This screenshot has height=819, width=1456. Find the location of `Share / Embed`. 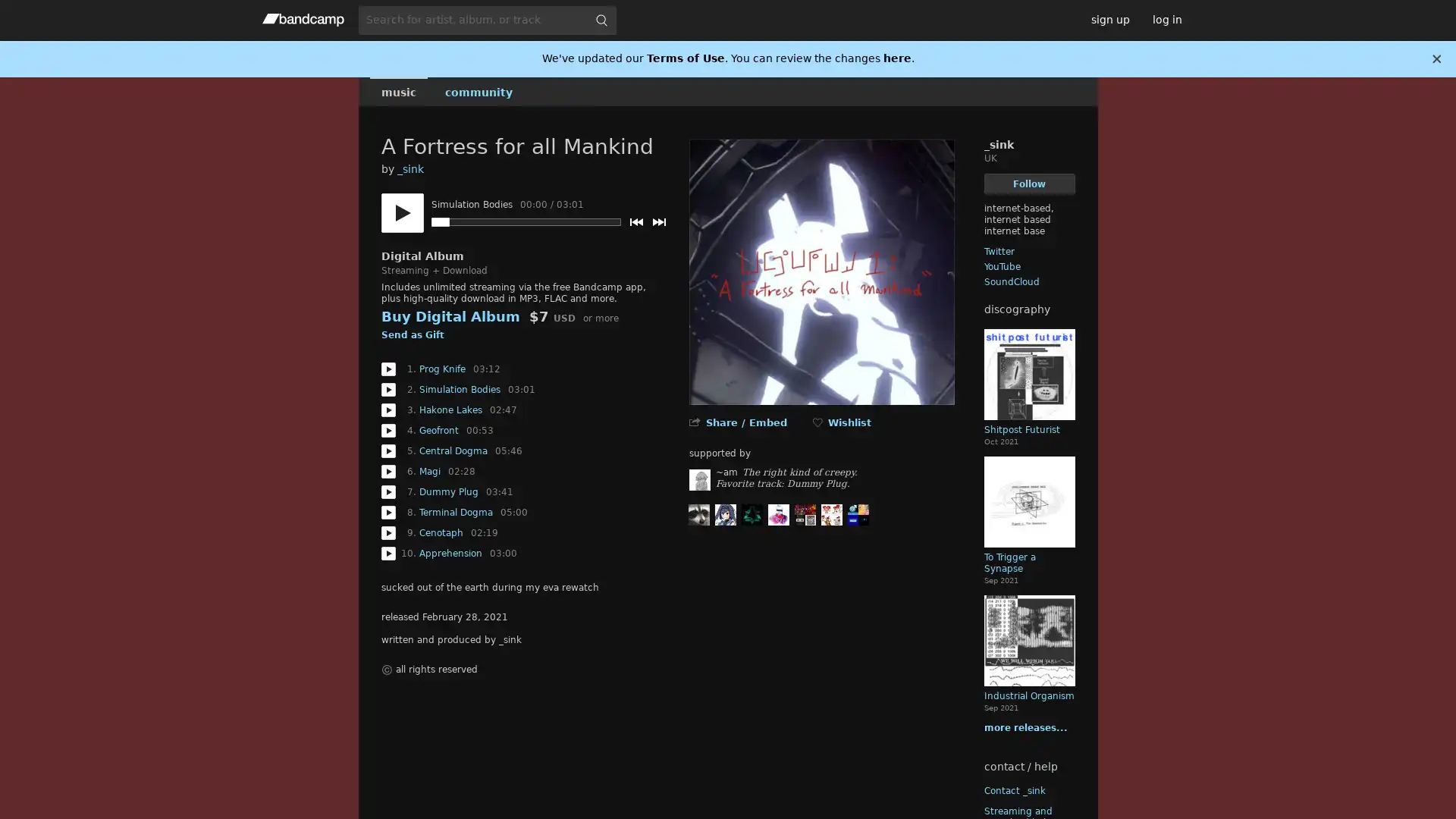

Share / Embed is located at coordinates (745, 422).